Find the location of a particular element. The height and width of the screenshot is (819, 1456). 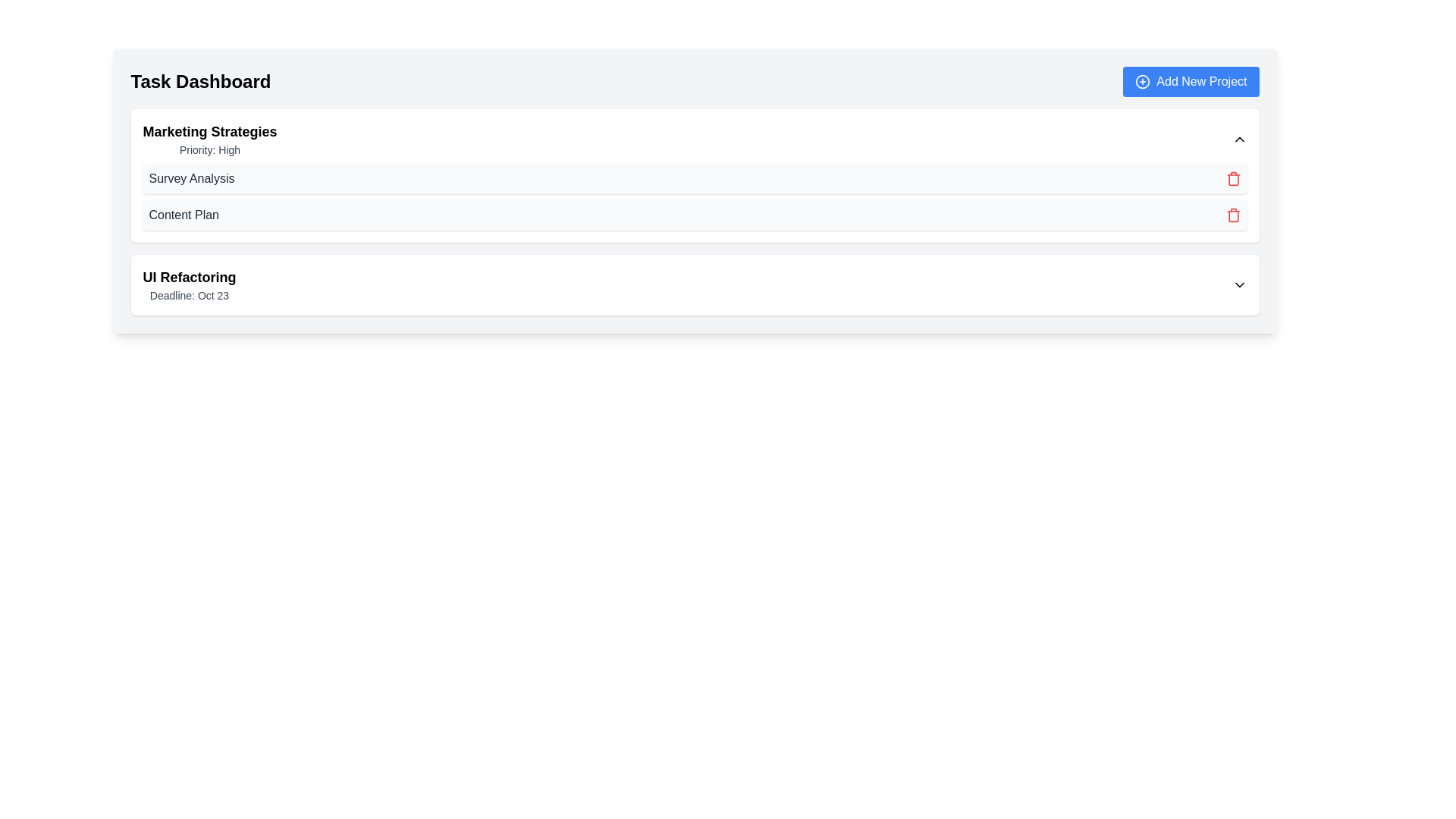

the Header text element that indicates the title or header of the current interface, positioned to the left of the 'Add New Project' button is located at coordinates (199, 82).